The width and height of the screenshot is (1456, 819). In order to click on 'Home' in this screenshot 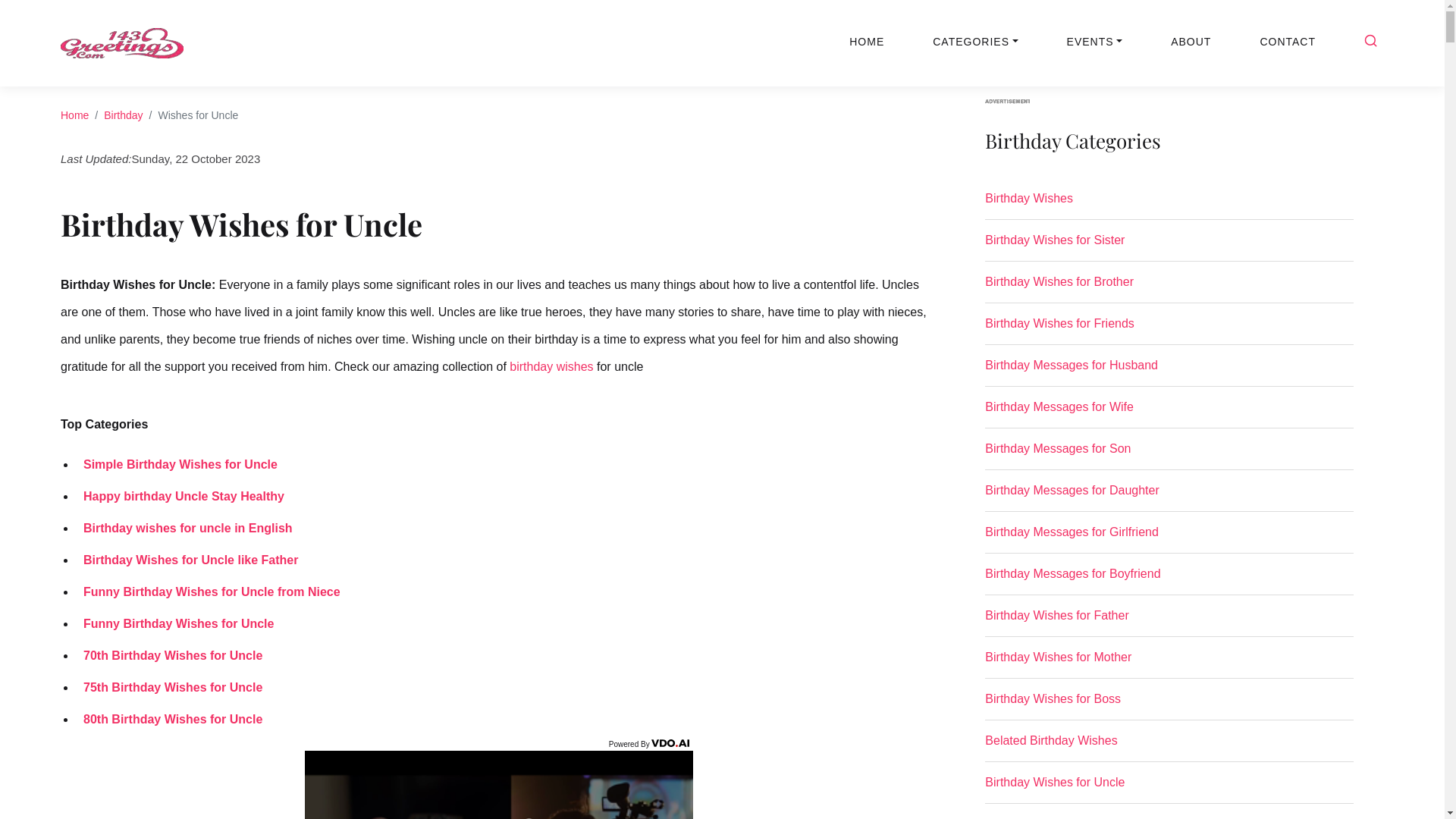, I will do `click(74, 114)`.